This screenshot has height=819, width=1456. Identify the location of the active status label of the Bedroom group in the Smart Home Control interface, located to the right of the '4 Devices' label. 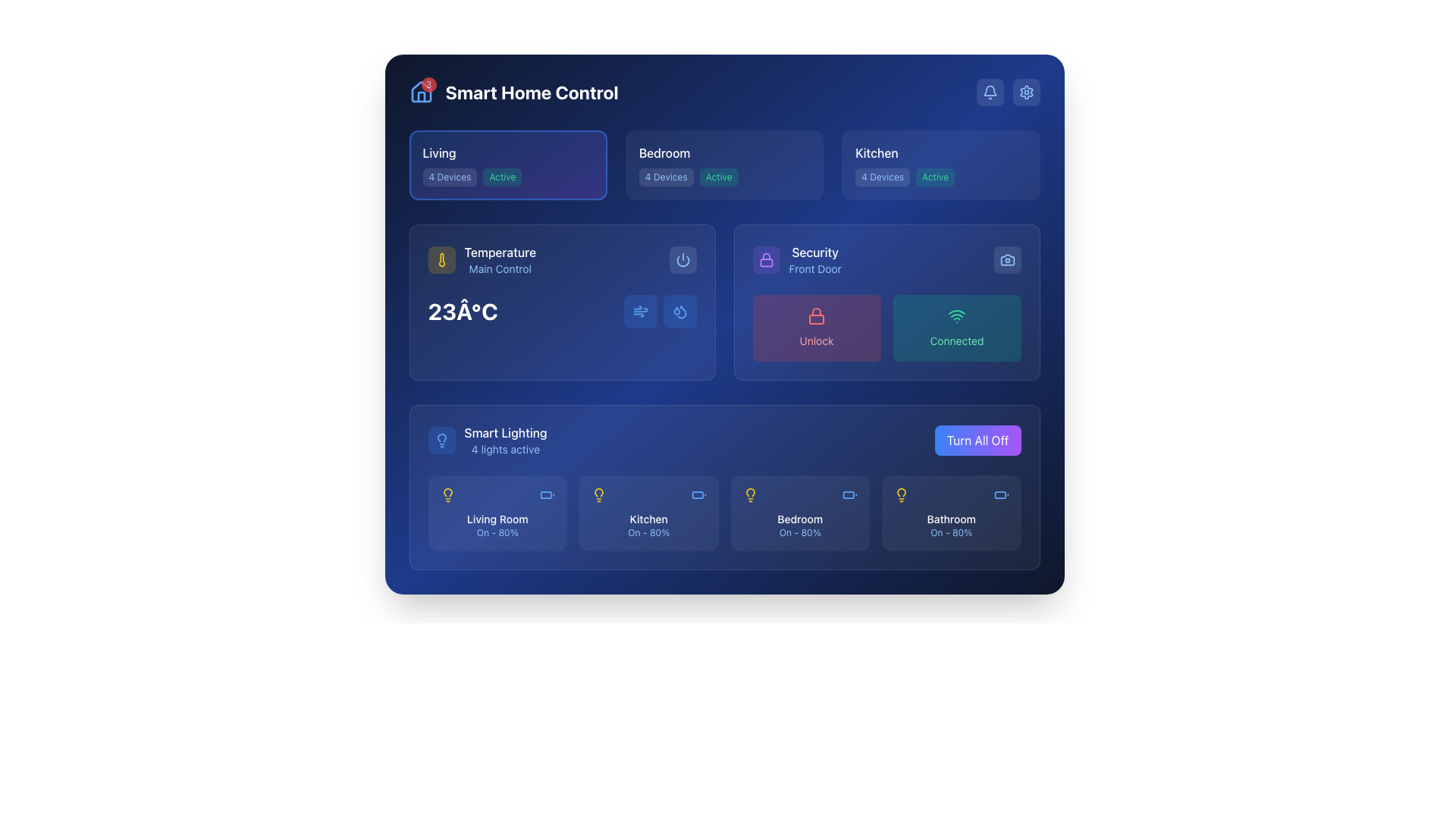
(718, 177).